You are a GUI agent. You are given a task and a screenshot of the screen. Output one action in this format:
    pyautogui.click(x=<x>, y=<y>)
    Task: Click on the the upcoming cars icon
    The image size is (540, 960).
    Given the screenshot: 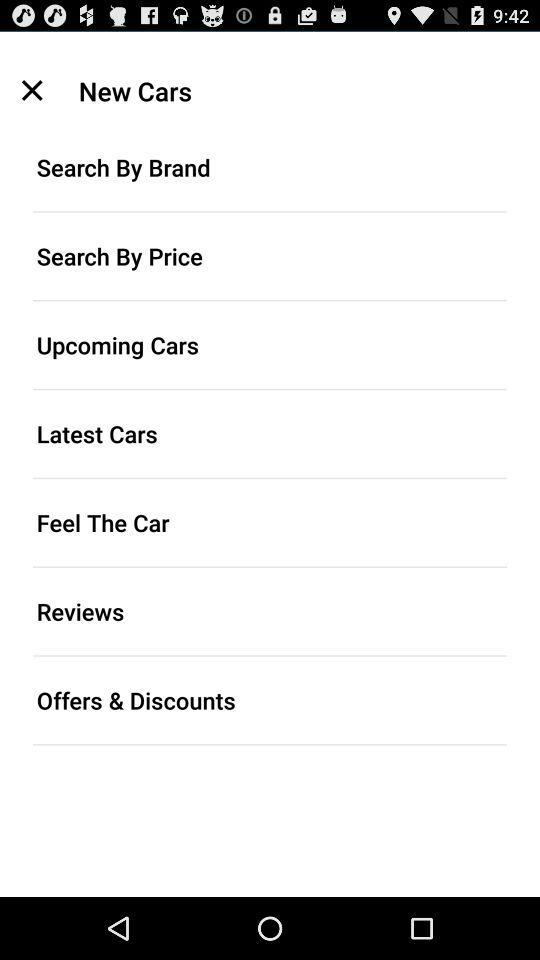 What is the action you would take?
    pyautogui.click(x=270, y=344)
    